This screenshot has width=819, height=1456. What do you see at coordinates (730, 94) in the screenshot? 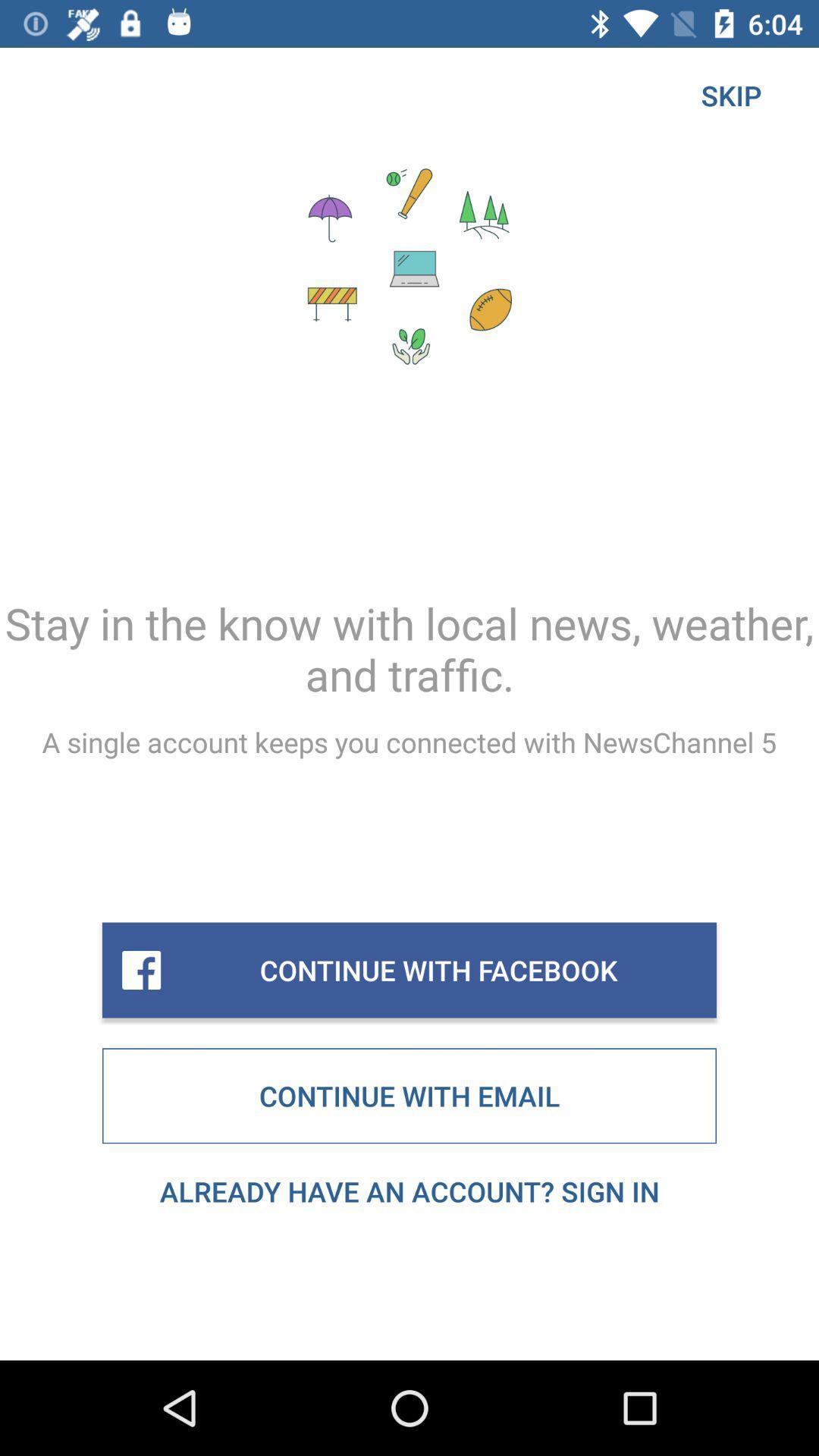
I see `icon above stay in the` at bounding box center [730, 94].